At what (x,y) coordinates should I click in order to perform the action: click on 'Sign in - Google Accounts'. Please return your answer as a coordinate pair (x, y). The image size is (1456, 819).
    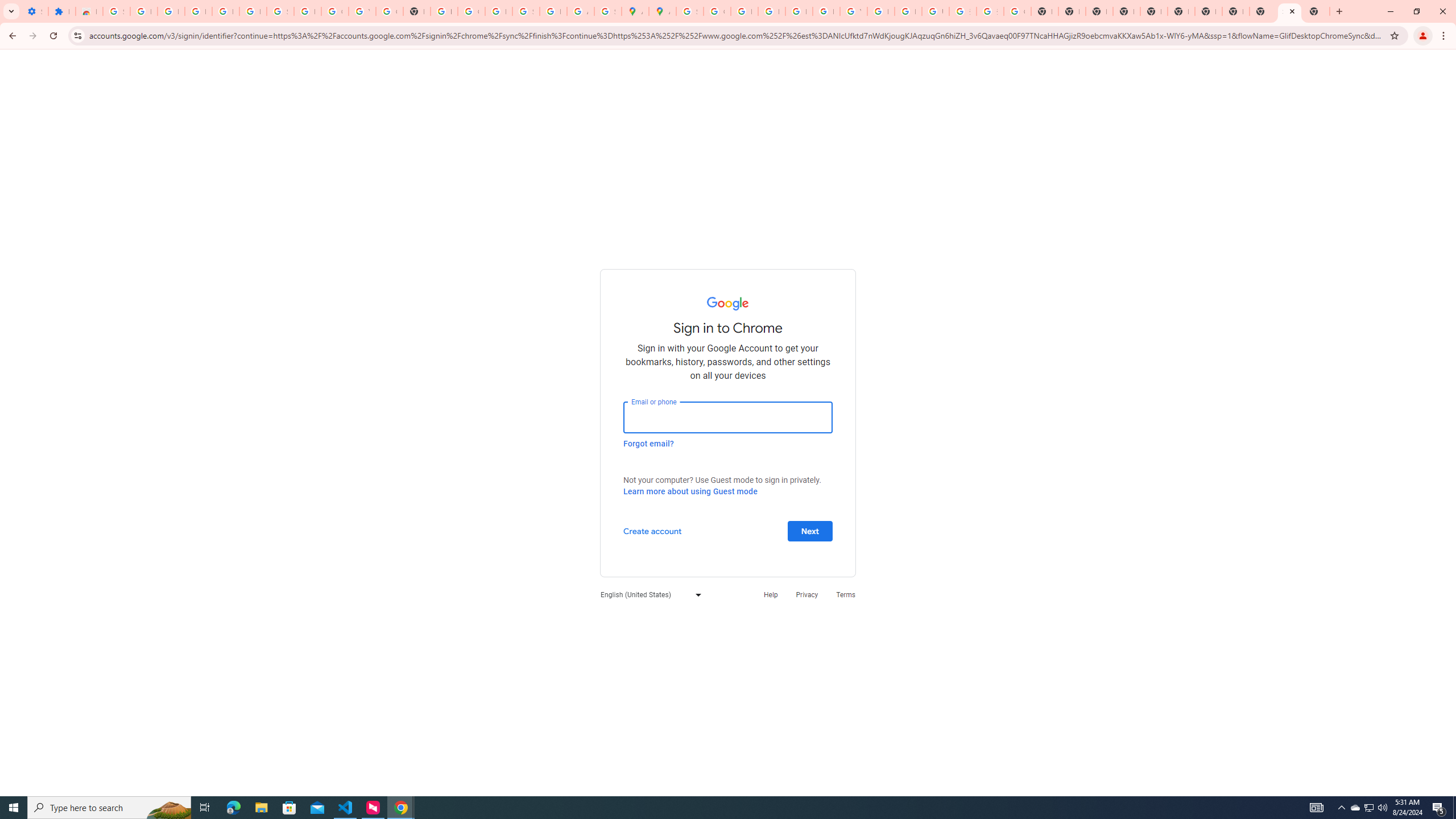
    Looking at the image, I should click on (115, 11).